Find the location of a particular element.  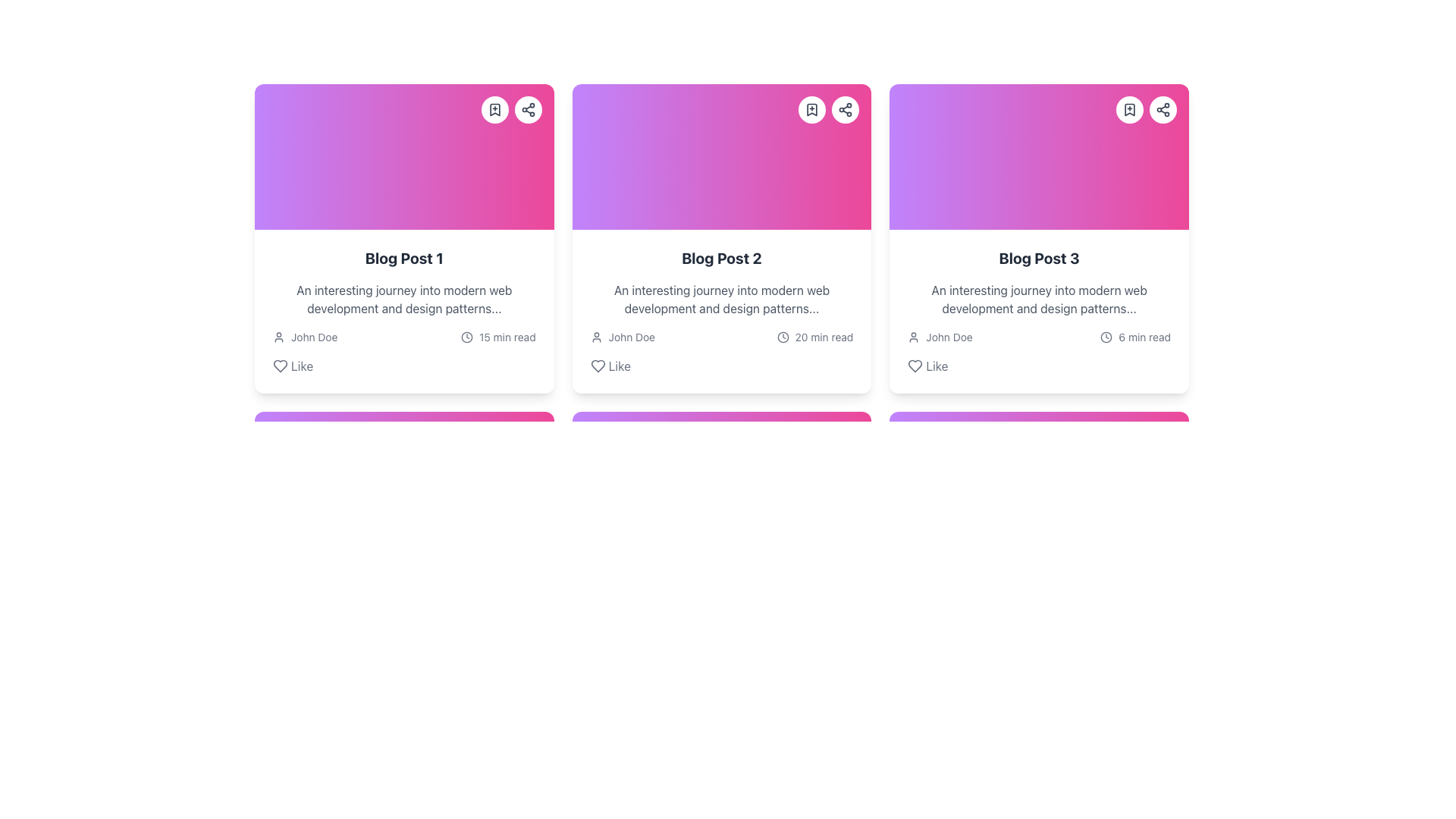

user profile SVG icon located in the footer of the third post card, which is aligned to the left of the author name 'John Doe' is located at coordinates (913, 336).